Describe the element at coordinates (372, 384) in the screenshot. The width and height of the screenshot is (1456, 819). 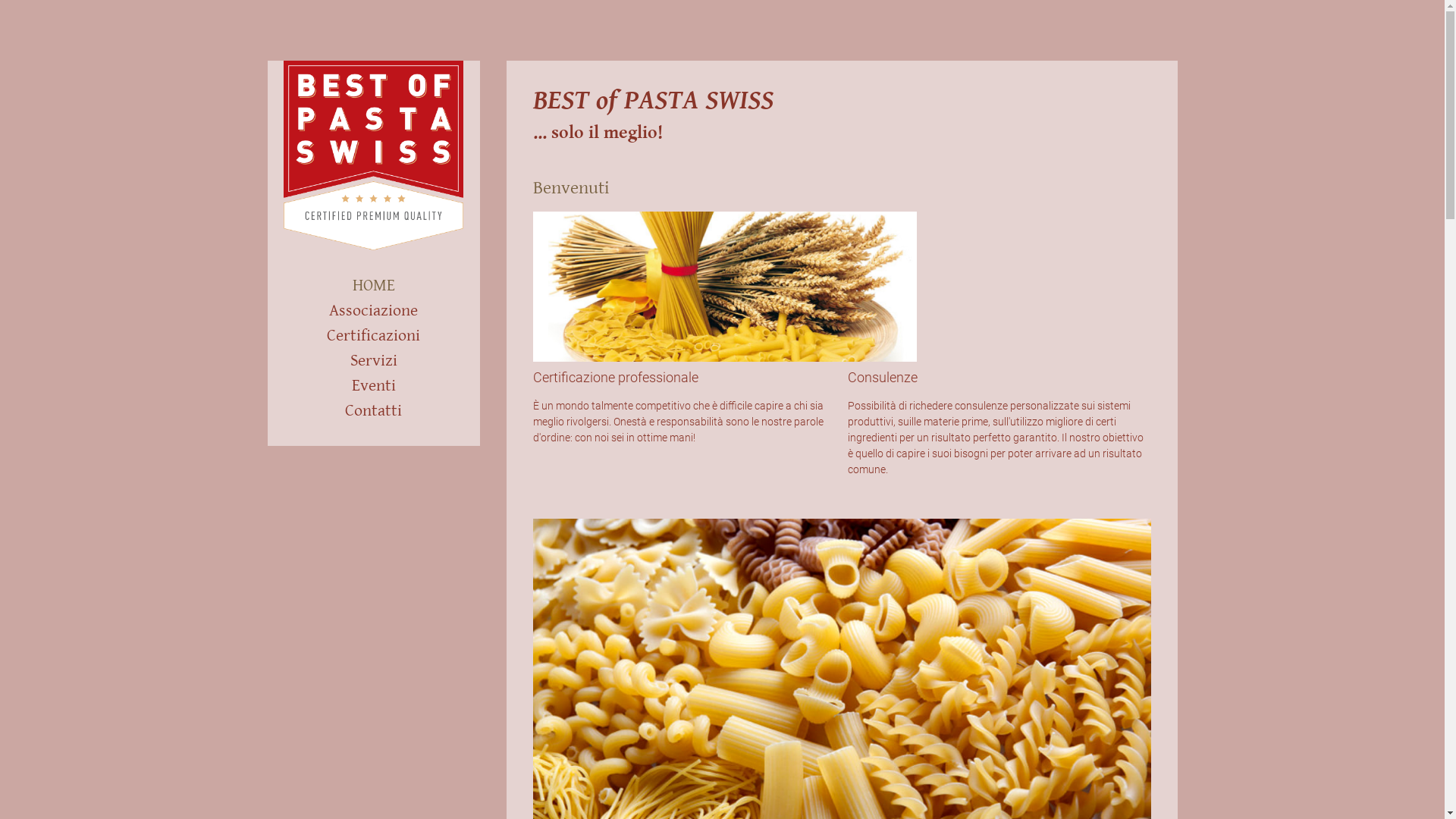
I see `'Eventi'` at that location.